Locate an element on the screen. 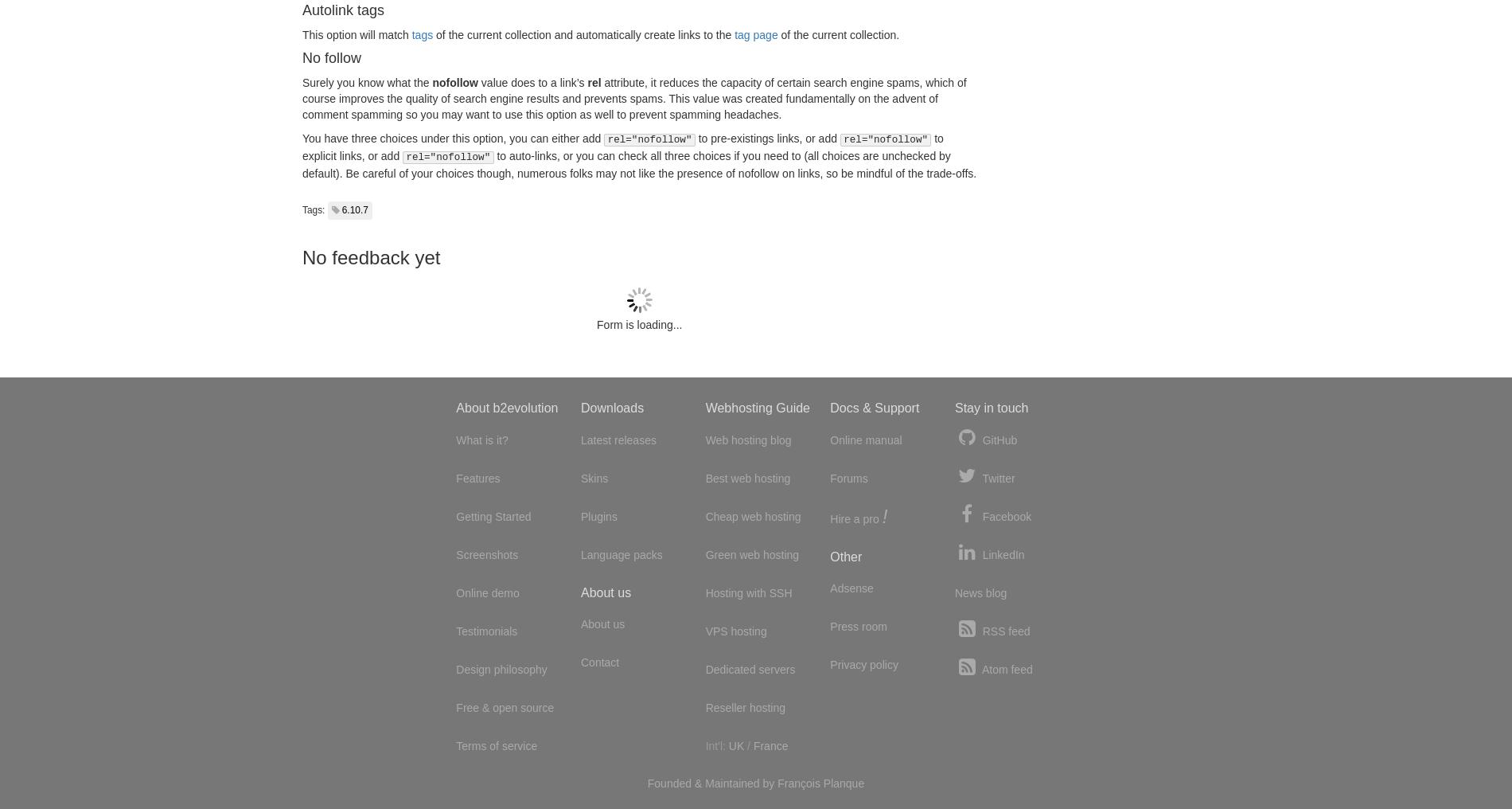 The height and width of the screenshot is (809, 1512). 'Best web hosting' is located at coordinates (703, 478).